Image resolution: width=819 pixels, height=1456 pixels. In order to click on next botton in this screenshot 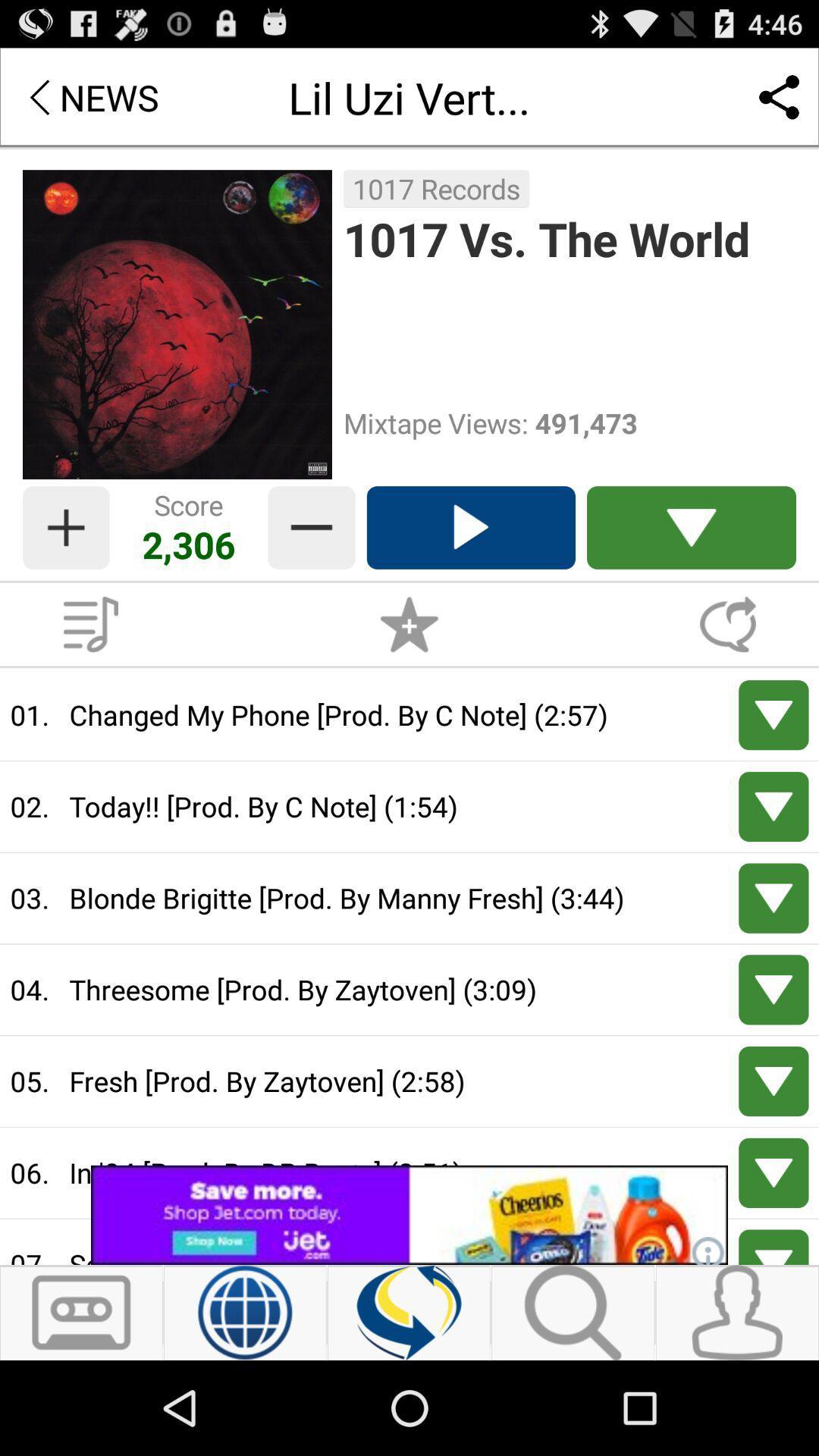, I will do `click(773, 1247)`.